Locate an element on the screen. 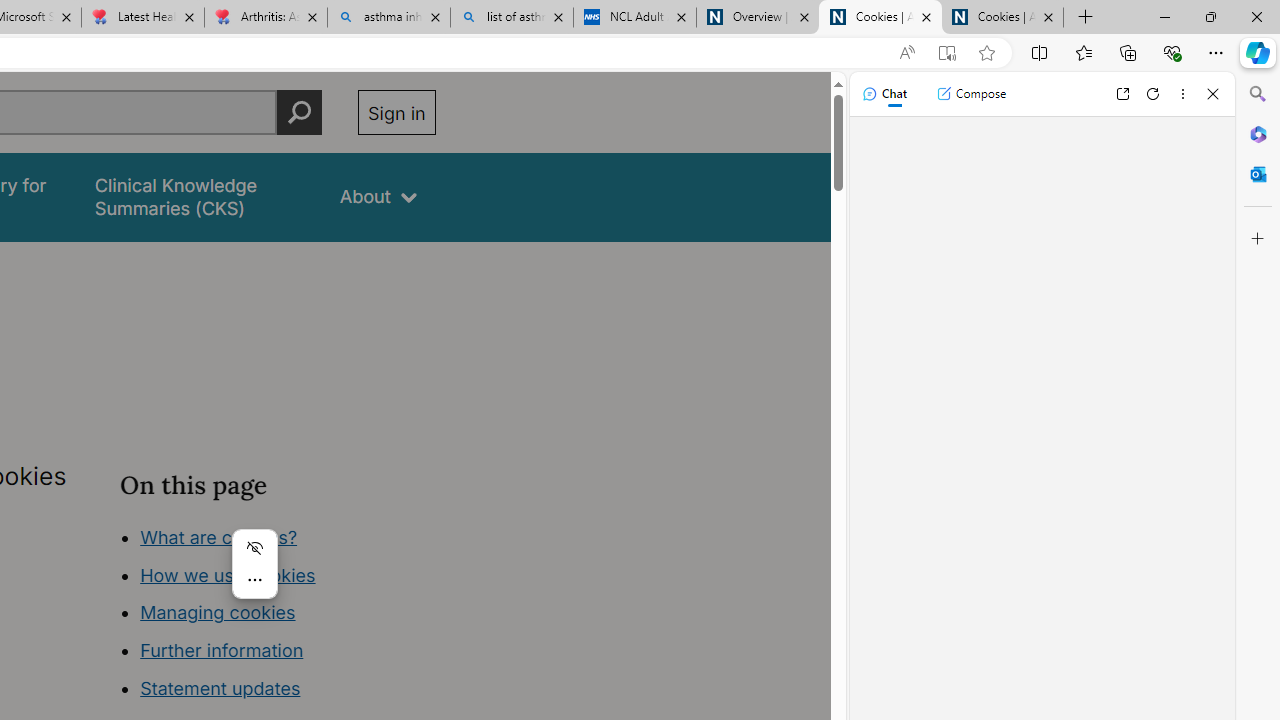  'Perform search' is located at coordinates (298, 112).